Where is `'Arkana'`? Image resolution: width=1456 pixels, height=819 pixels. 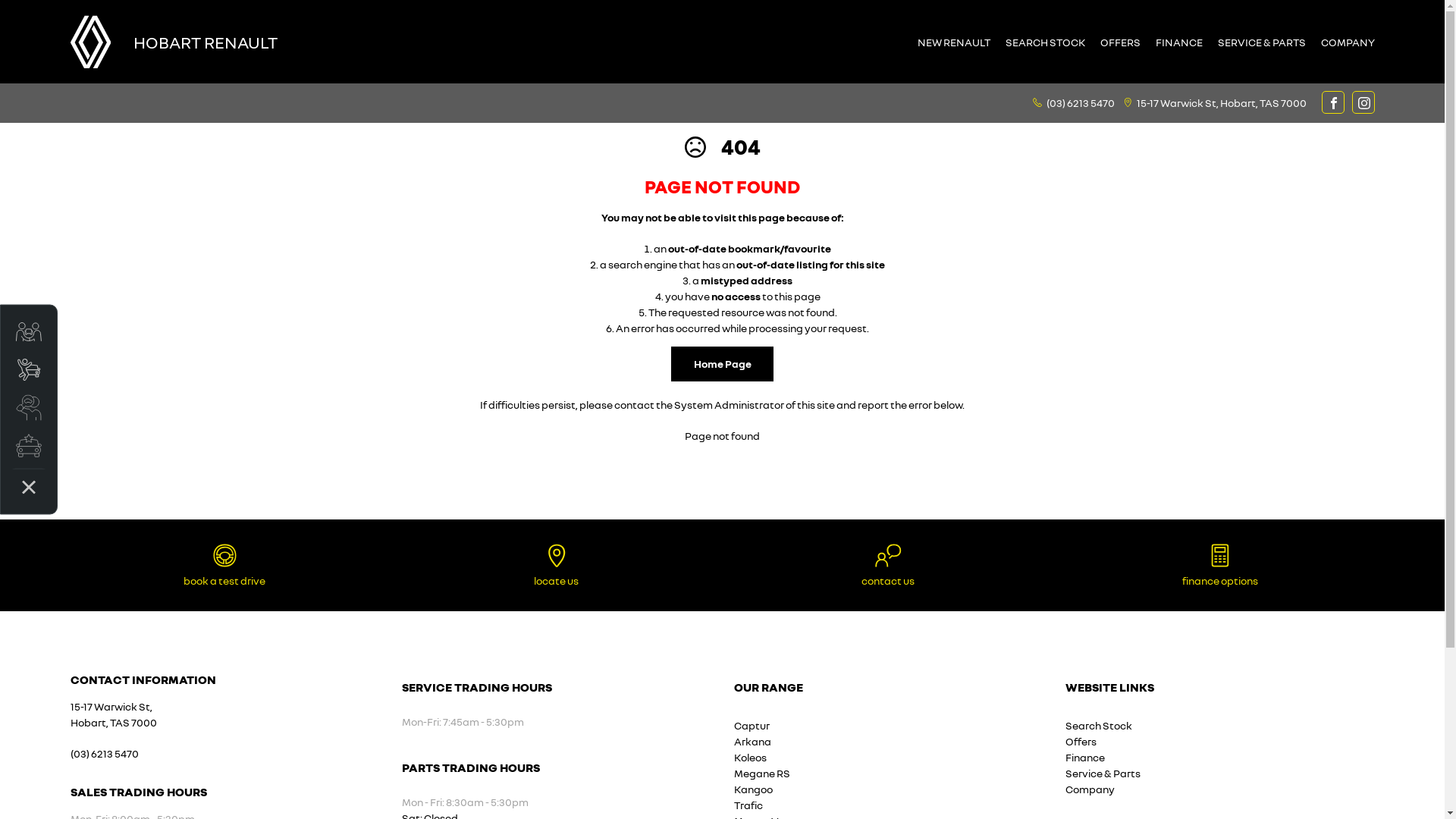 'Arkana' is located at coordinates (752, 740).